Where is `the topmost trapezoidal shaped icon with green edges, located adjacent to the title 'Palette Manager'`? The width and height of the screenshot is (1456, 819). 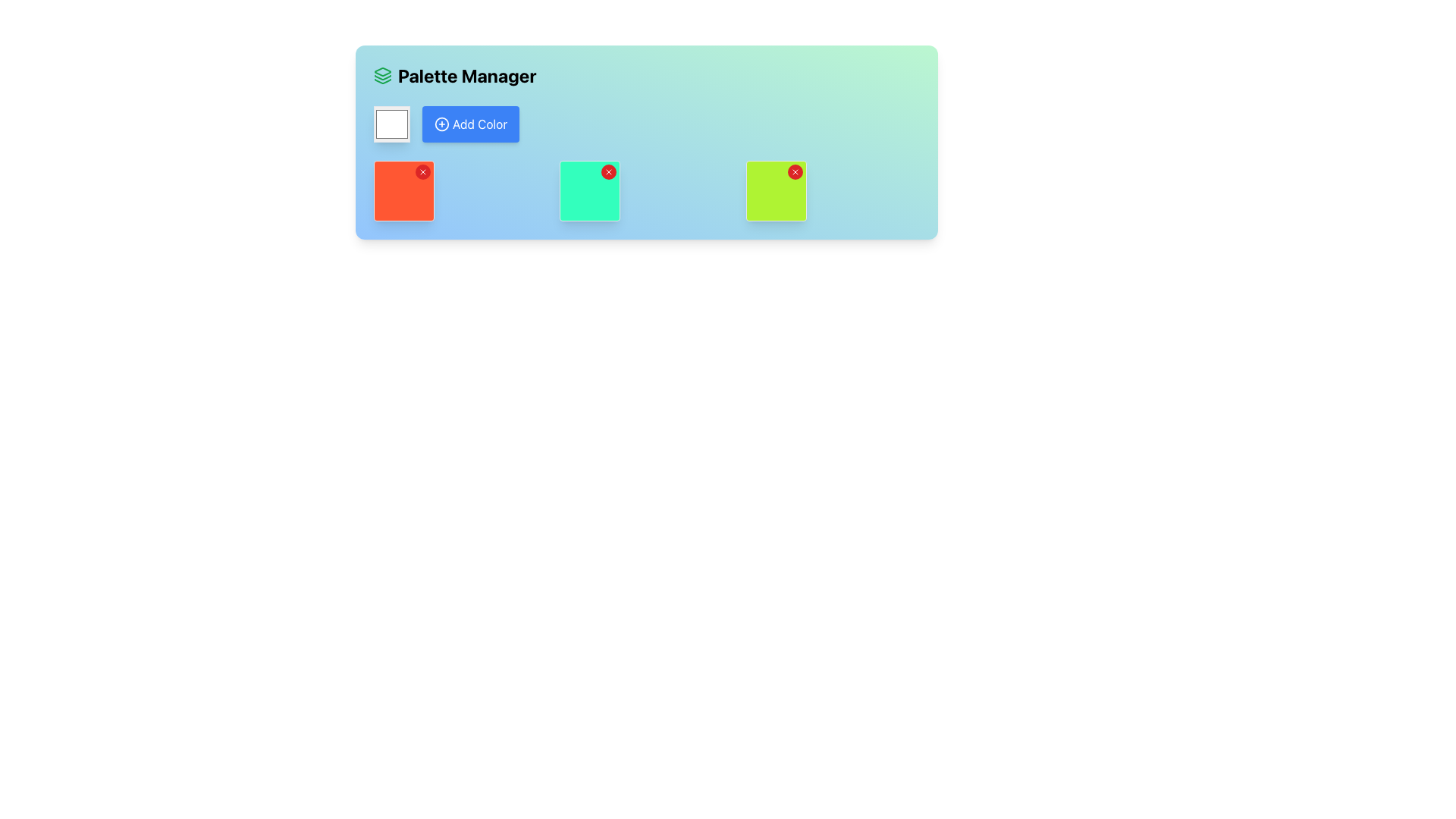
the topmost trapezoidal shaped icon with green edges, located adjacent to the title 'Palette Manager' is located at coordinates (382, 72).